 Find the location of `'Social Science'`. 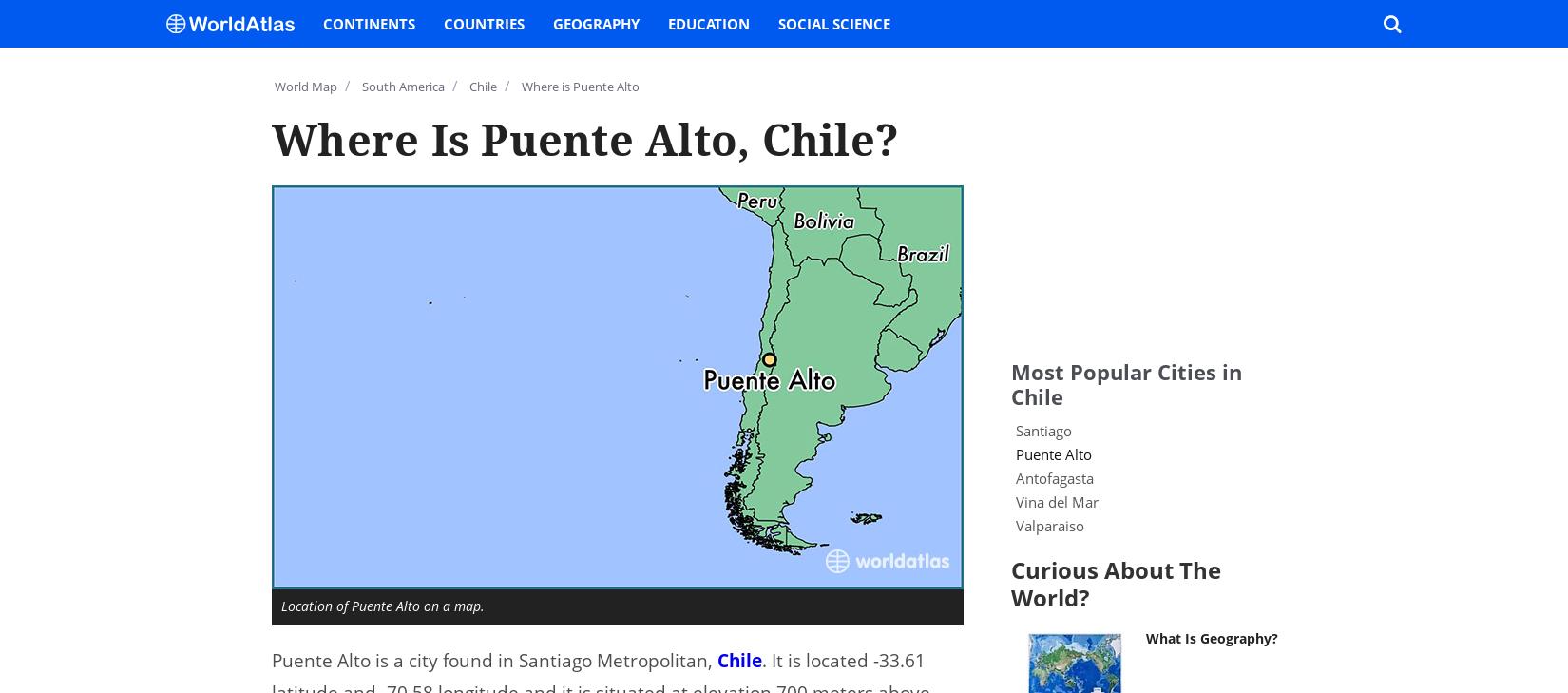

'Social Science' is located at coordinates (777, 21).